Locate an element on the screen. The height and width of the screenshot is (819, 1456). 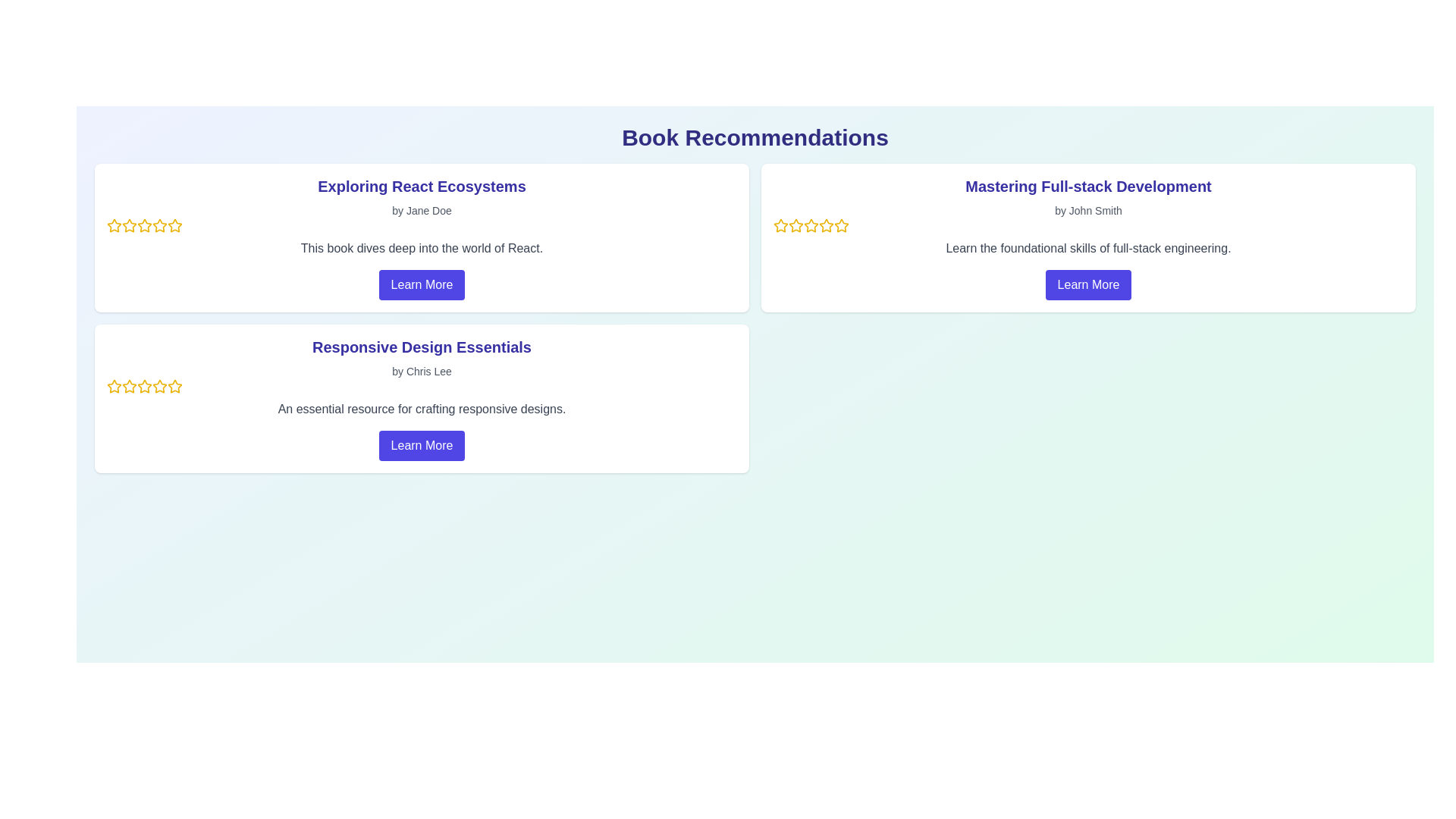
the third yellow star with a hollow center in the rating component for the card titled 'Mastering Full-stack Development' is located at coordinates (811, 225).